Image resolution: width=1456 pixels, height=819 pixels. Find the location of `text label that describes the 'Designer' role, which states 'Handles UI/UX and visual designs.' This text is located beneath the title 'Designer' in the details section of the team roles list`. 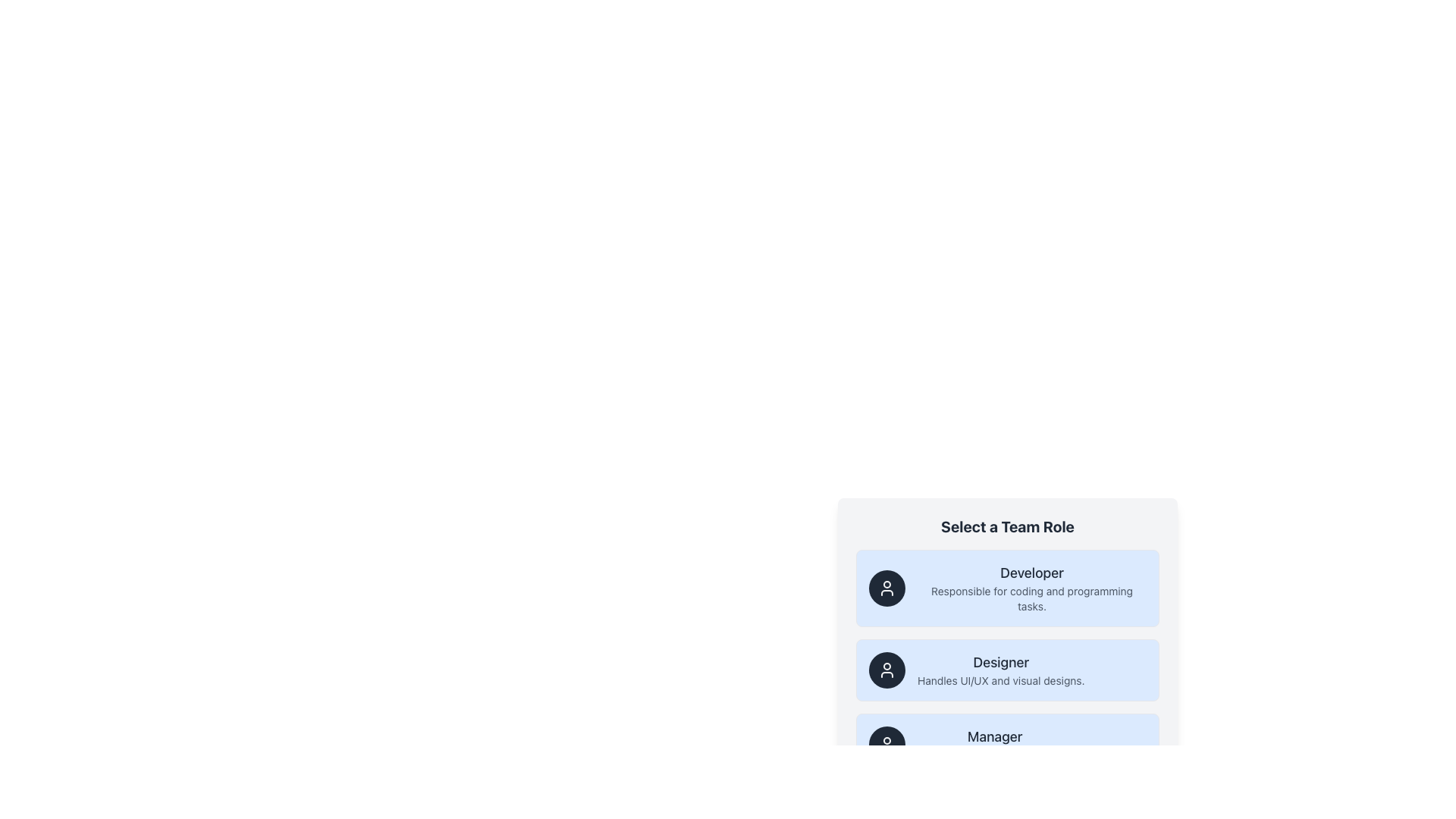

text label that describes the 'Designer' role, which states 'Handles UI/UX and visual designs.' This text is located beneath the title 'Designer' in the details section of the team roles list is located at coordinates (1001, 680).